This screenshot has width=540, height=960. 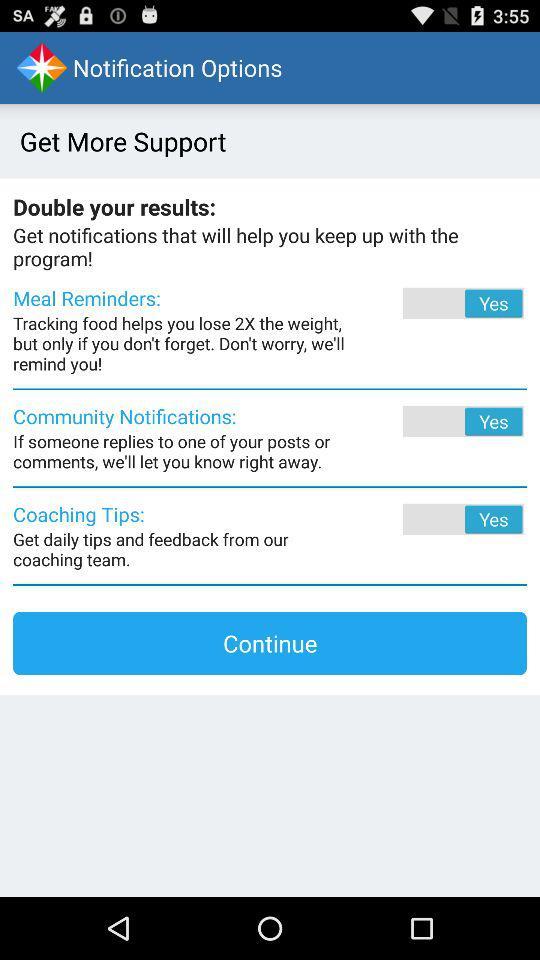 What do you see at coordinates (435, 303) in the screenshot?
I see `the icon next to meal reminders:` at bounding box center [435, 303].